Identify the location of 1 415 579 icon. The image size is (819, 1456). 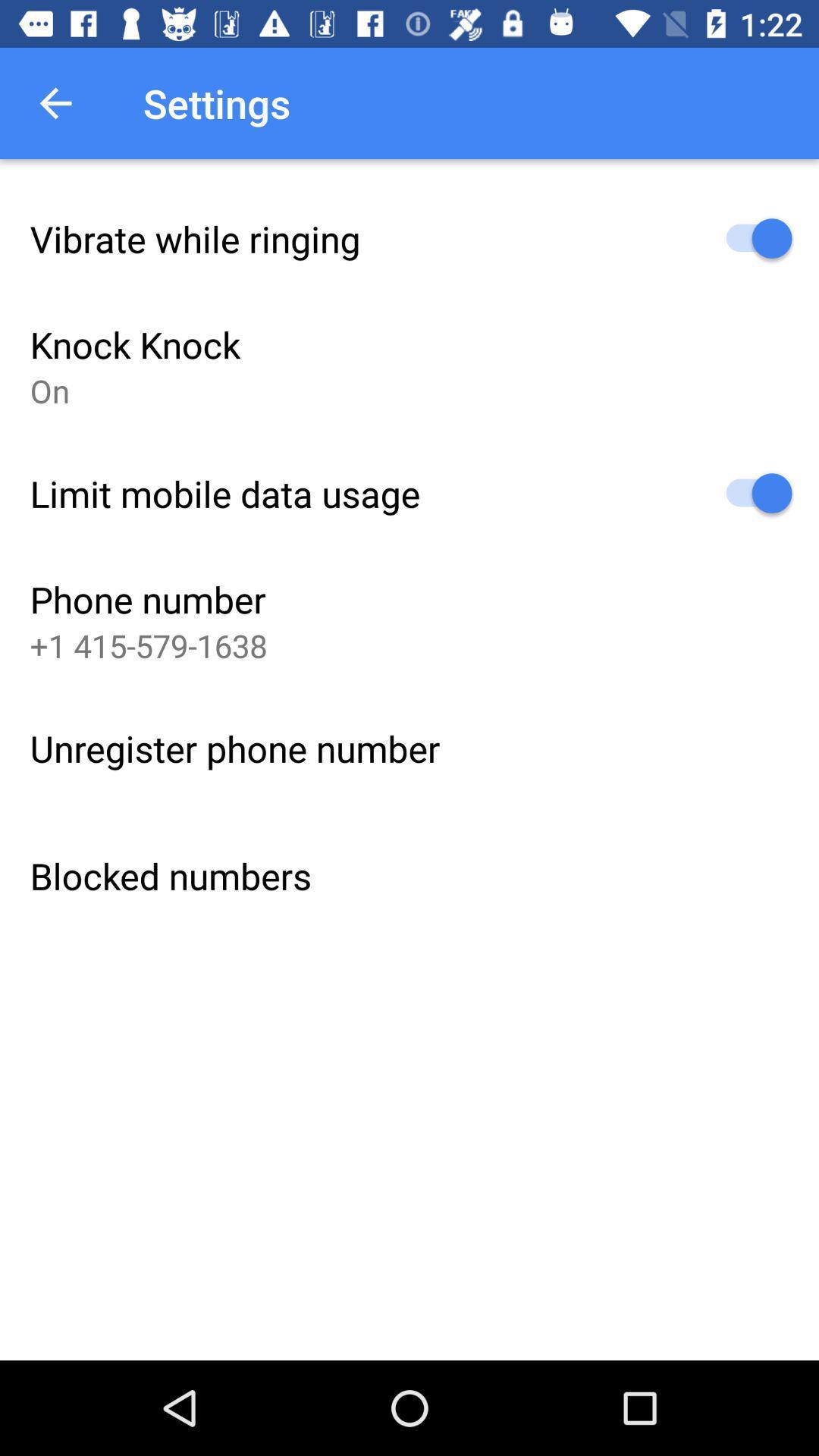
(149, 645).